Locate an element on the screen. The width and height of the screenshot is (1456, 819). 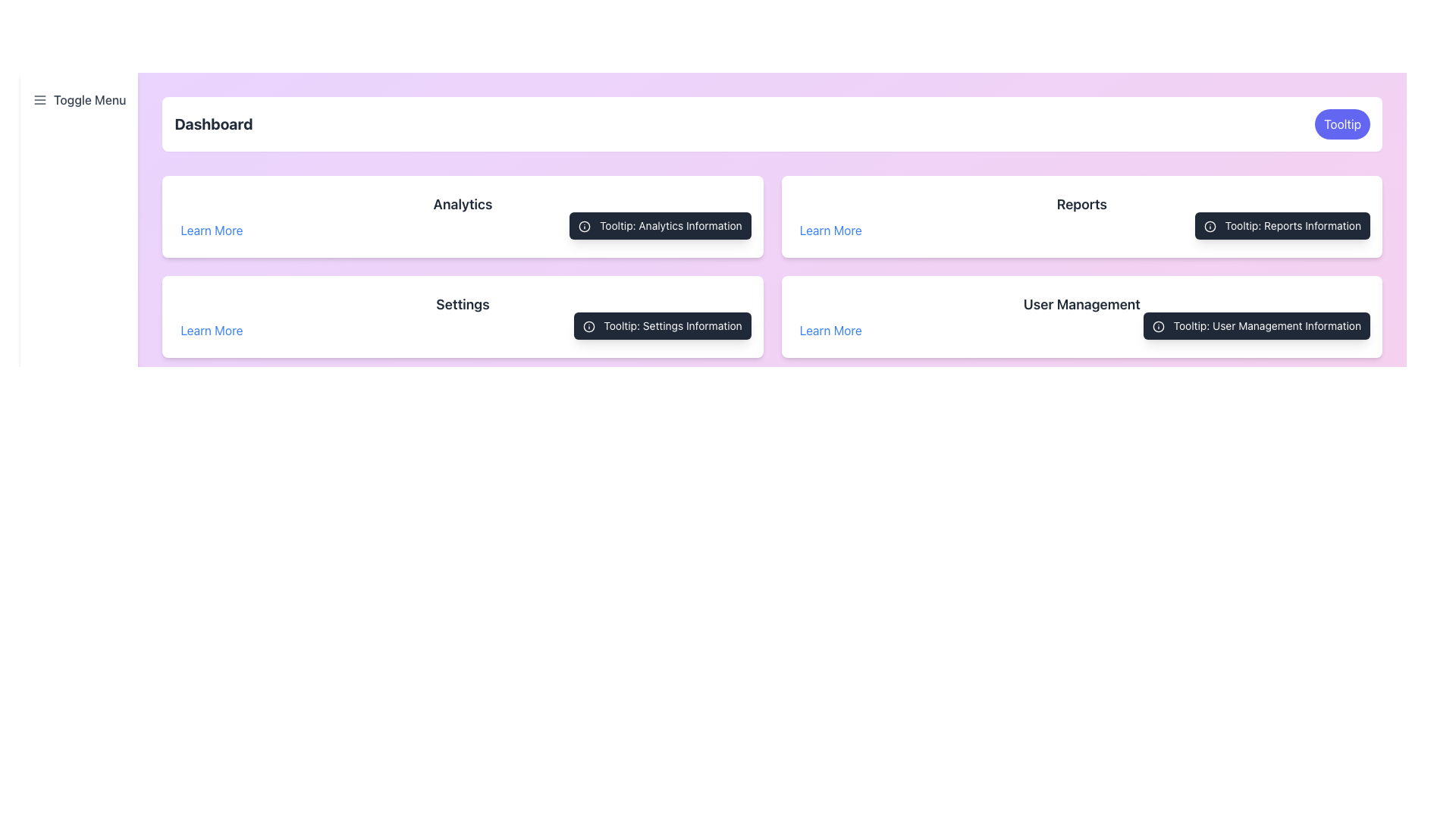
the tooltip element with the text 'Tooltip: User Management Information' located in the 'User Management' section, positioned towards the bottom right and next to the 'Learn More' link is located at coordinates (1257, 325).